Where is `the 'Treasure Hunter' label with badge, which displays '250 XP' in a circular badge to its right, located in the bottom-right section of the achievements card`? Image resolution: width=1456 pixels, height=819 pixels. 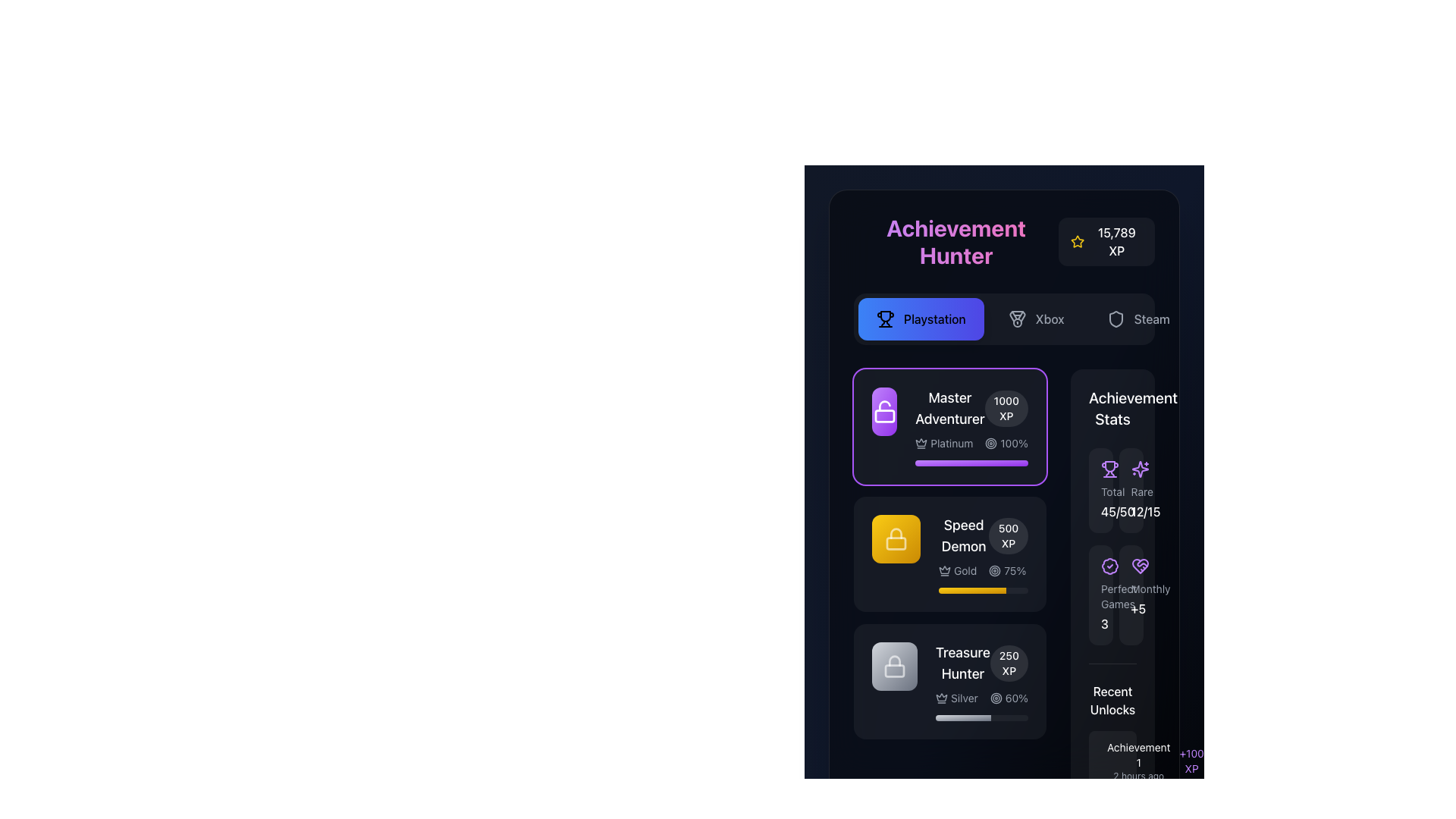
the 'Treasure Hunter' label with badge, which displays '250 XP' in a circular badge to its right, located in the bottom-right section of the achievements card is located at coordinates (982, 663).